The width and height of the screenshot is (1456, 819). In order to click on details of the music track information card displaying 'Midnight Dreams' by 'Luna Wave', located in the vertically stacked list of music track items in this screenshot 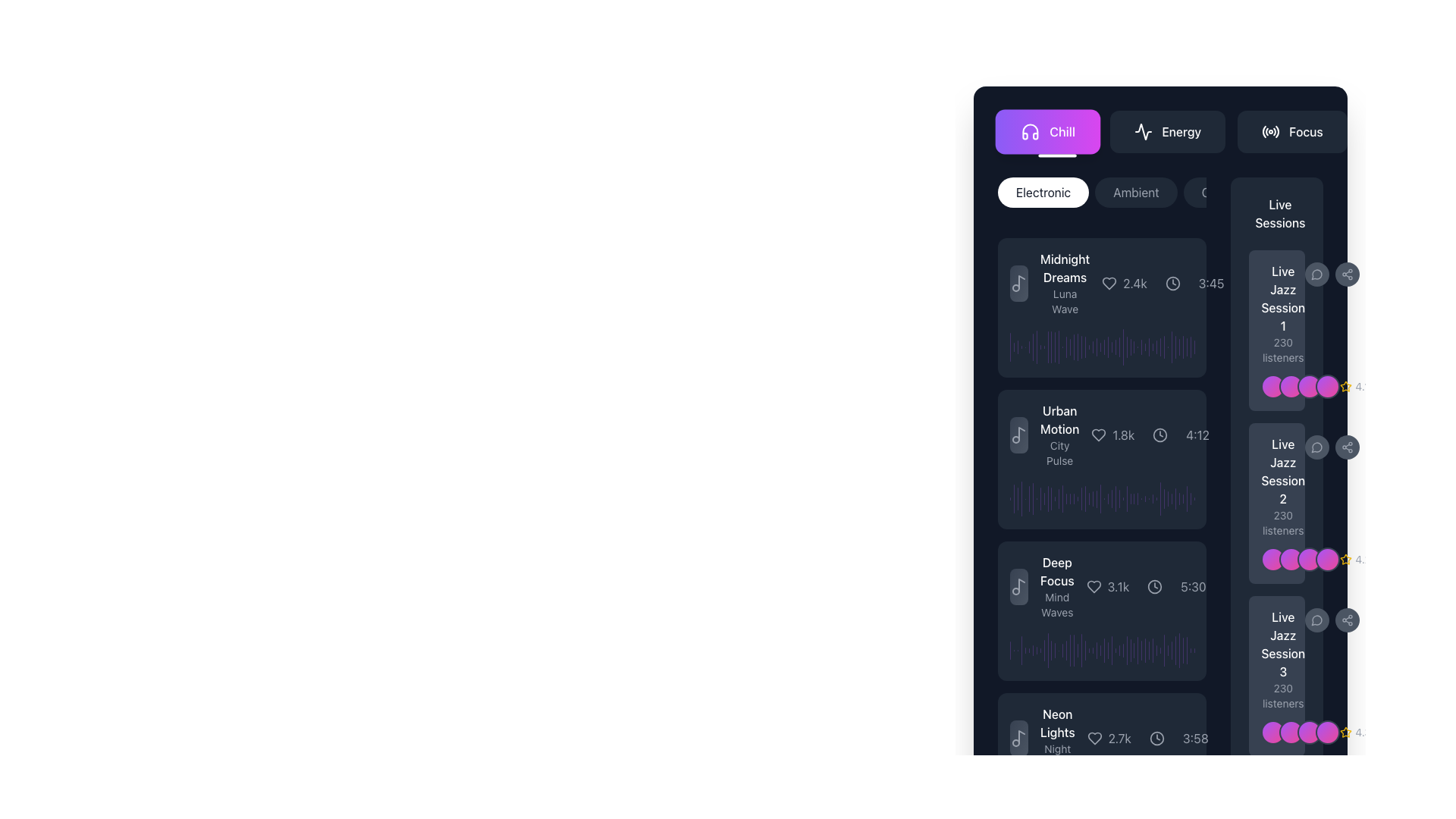, I will do `click(1102, 284)`.